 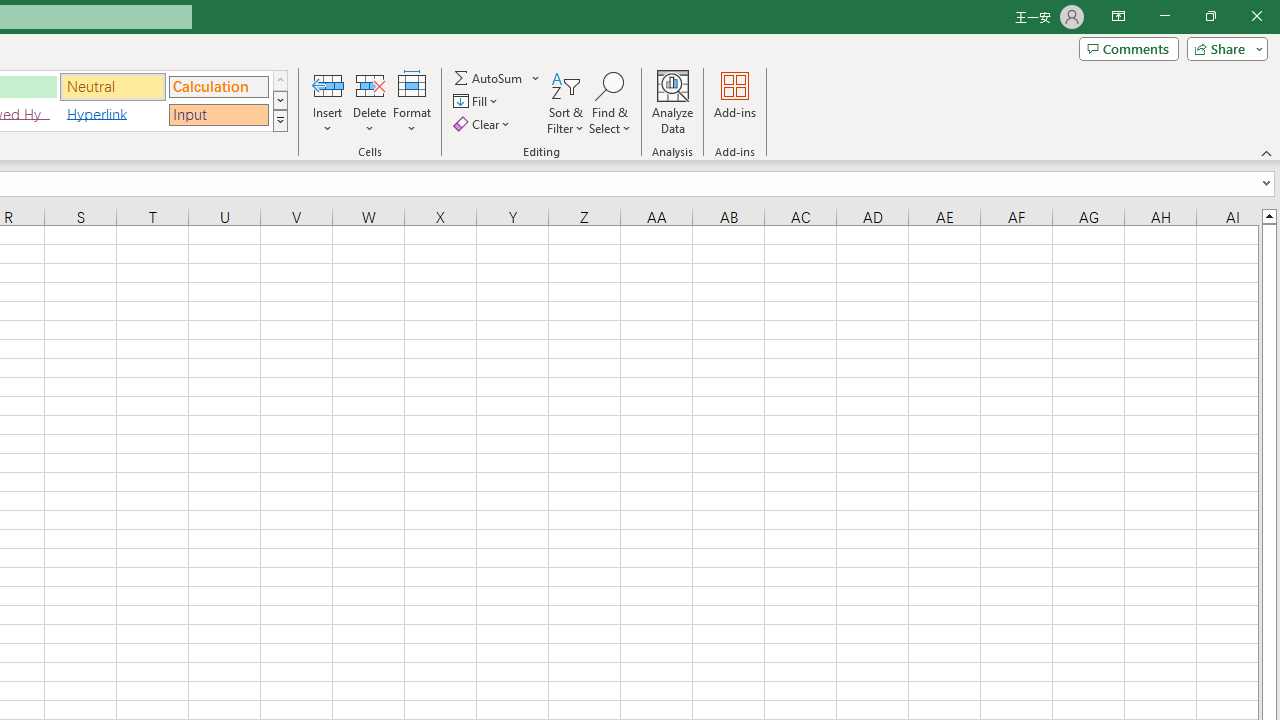 I want to click on 'Format', so click(x=411, y=103).